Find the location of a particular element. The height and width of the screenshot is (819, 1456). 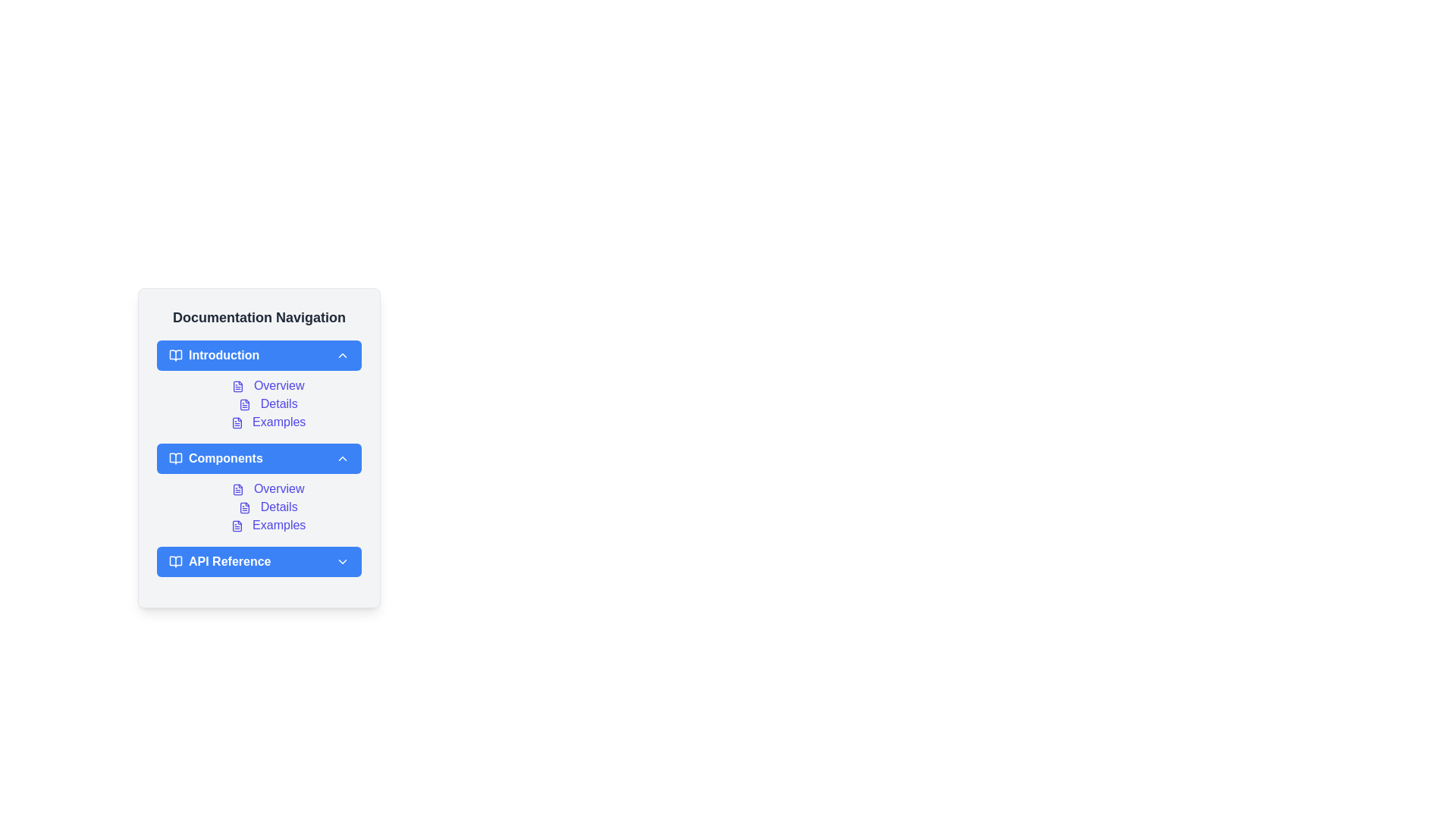

the Chevron indicator at the right end of the 'Introduction' section is located at coordinates (341, 356).